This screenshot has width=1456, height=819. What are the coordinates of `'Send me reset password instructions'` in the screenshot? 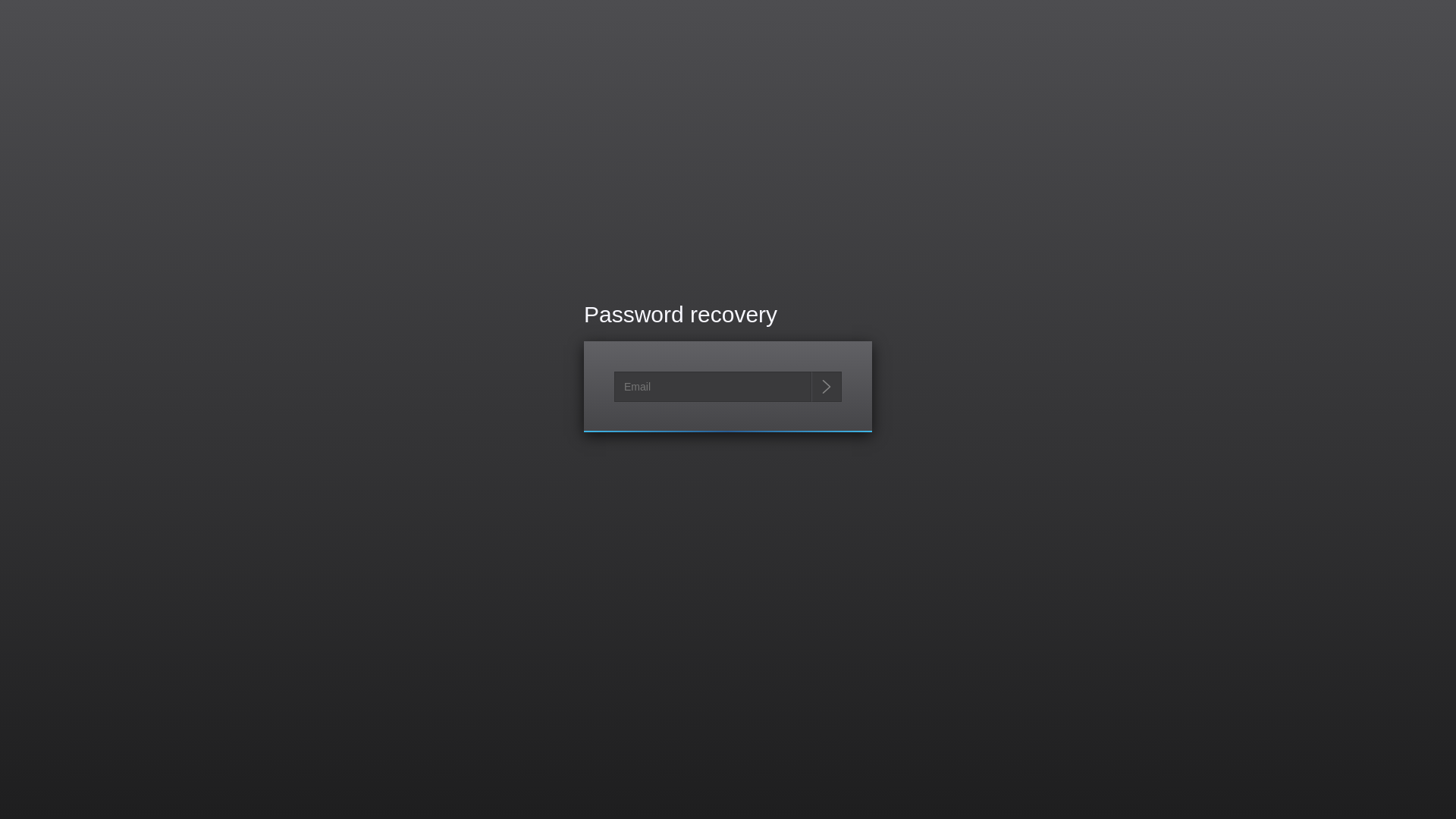 It's located at (825, 385).